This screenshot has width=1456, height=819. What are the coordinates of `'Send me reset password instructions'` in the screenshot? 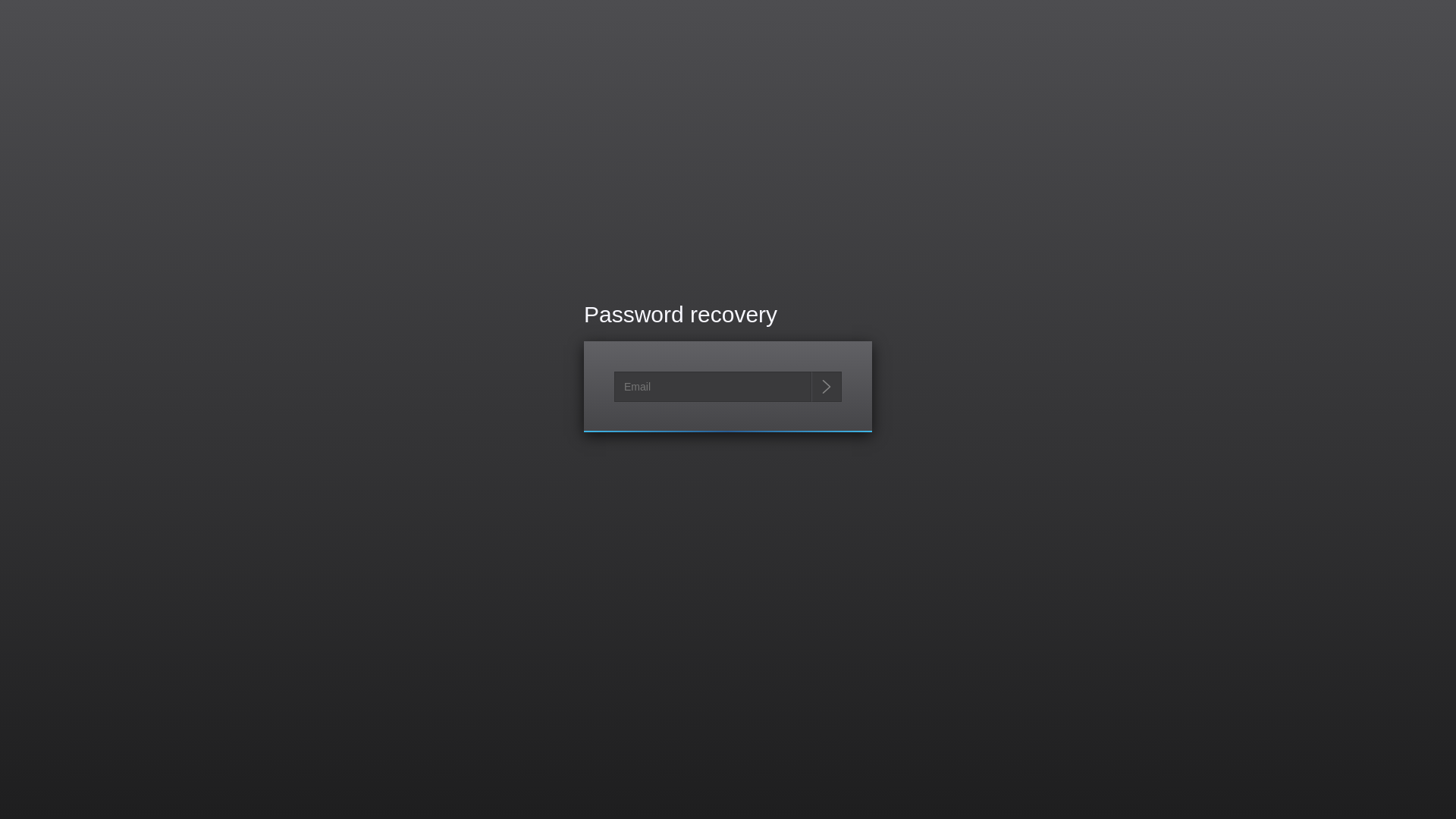 It's located at (825, 385).